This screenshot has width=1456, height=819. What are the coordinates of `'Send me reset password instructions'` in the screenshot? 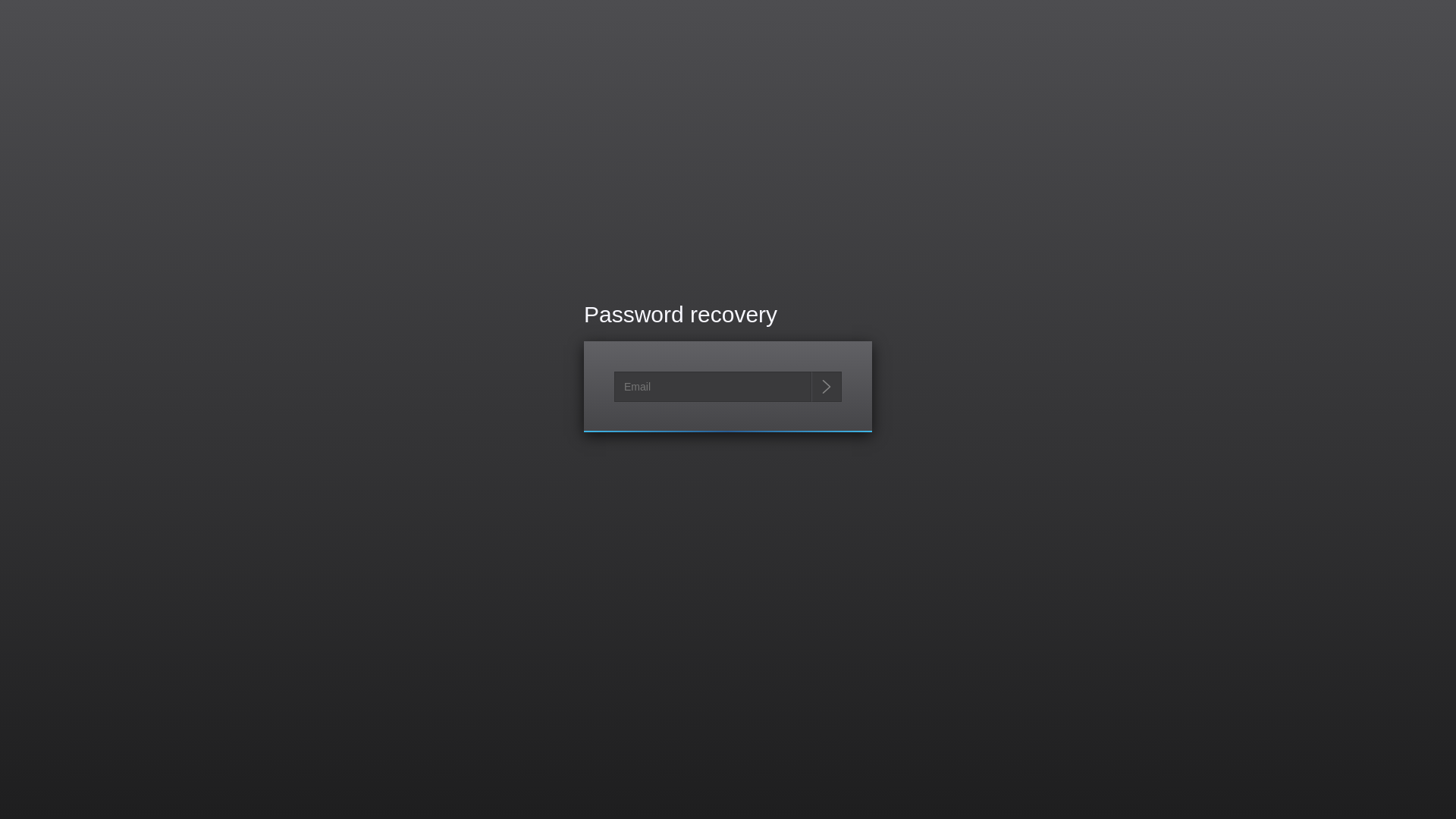 It's located at (825, 385).